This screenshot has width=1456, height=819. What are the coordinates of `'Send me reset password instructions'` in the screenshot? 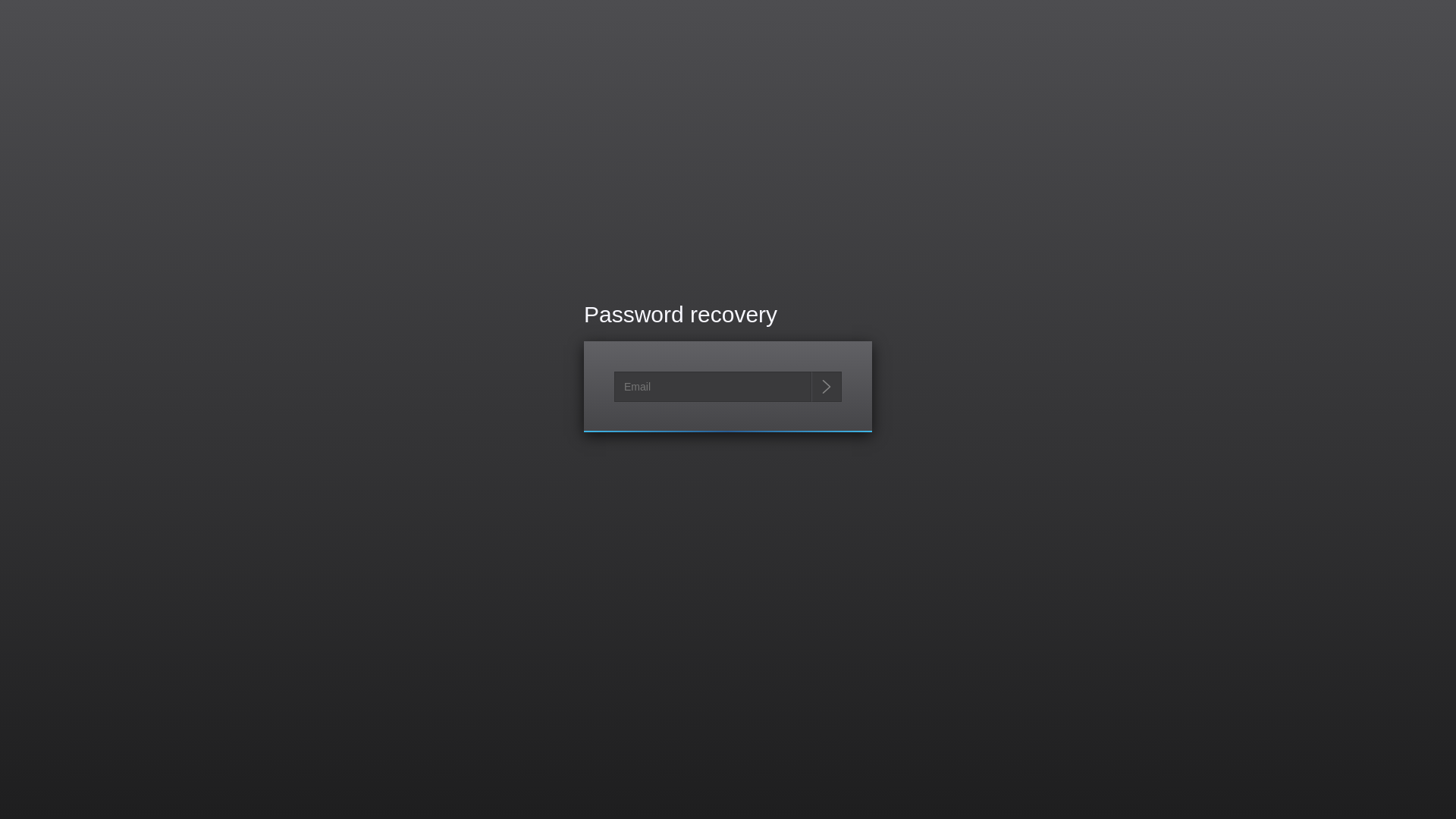 It's located at (825, 385).